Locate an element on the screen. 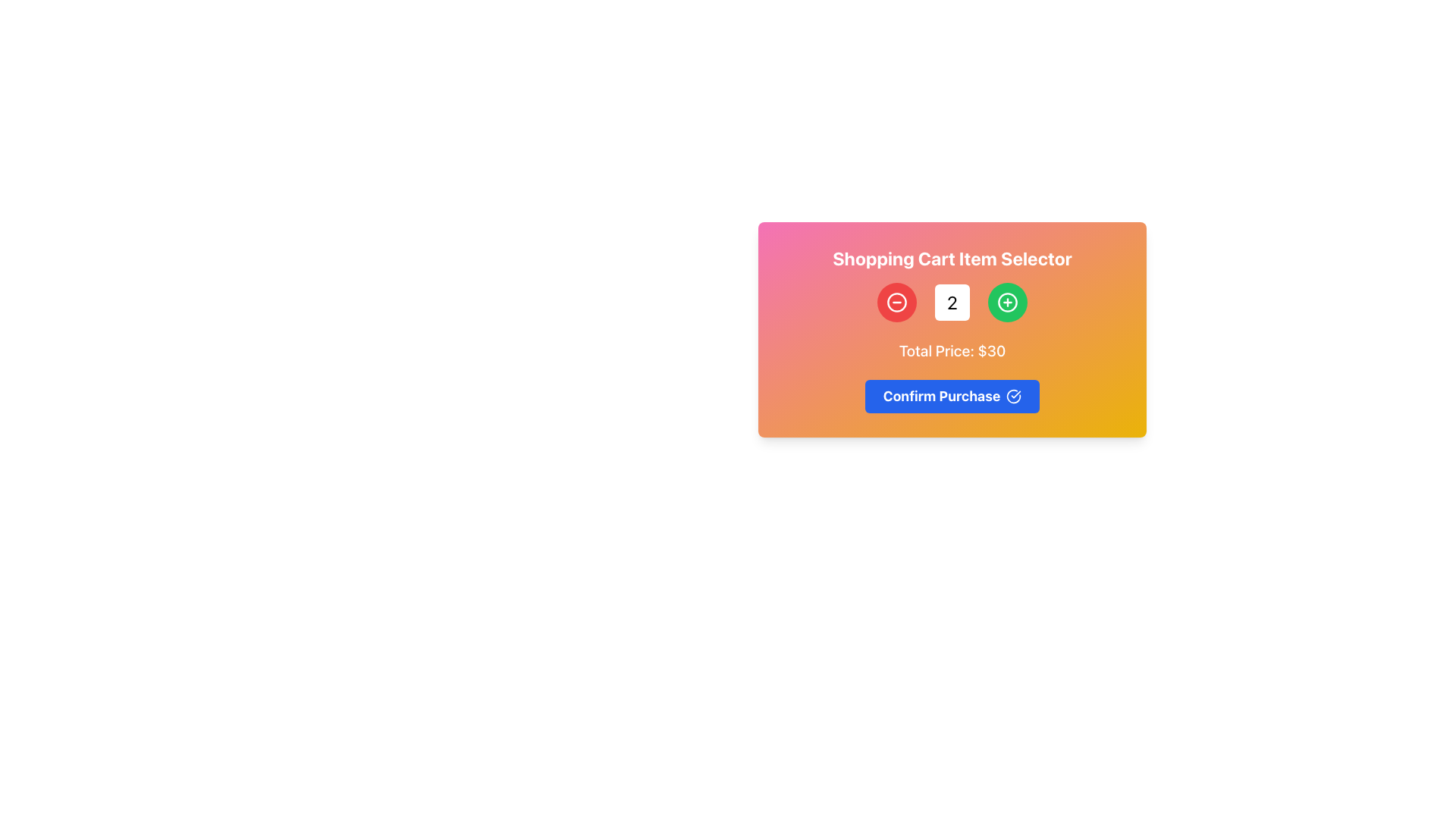 The width and height of the screenshot is (1456, 819). the increment button located to the right of the numeric display ('2') to increment the counter is located at coordinates (1007, 302).